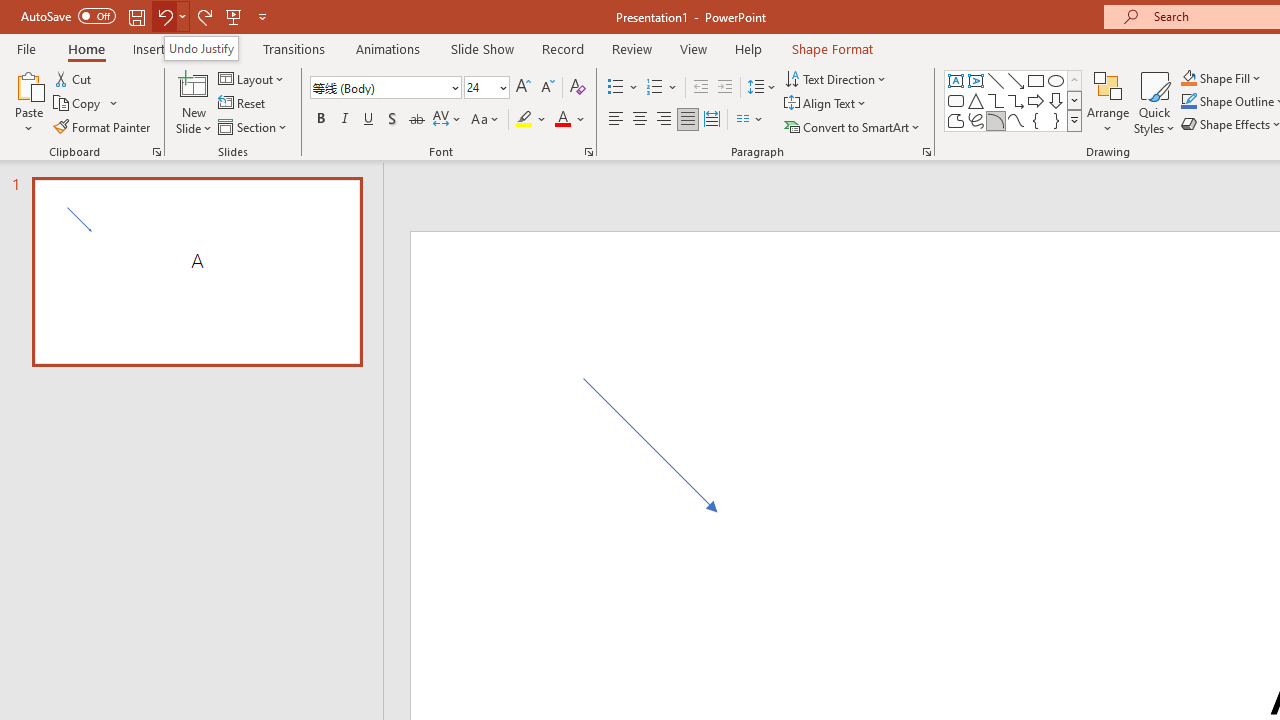 This screenshot has height=720, width=1280. I want to click on 'Undo Justify', so click(201, 47).